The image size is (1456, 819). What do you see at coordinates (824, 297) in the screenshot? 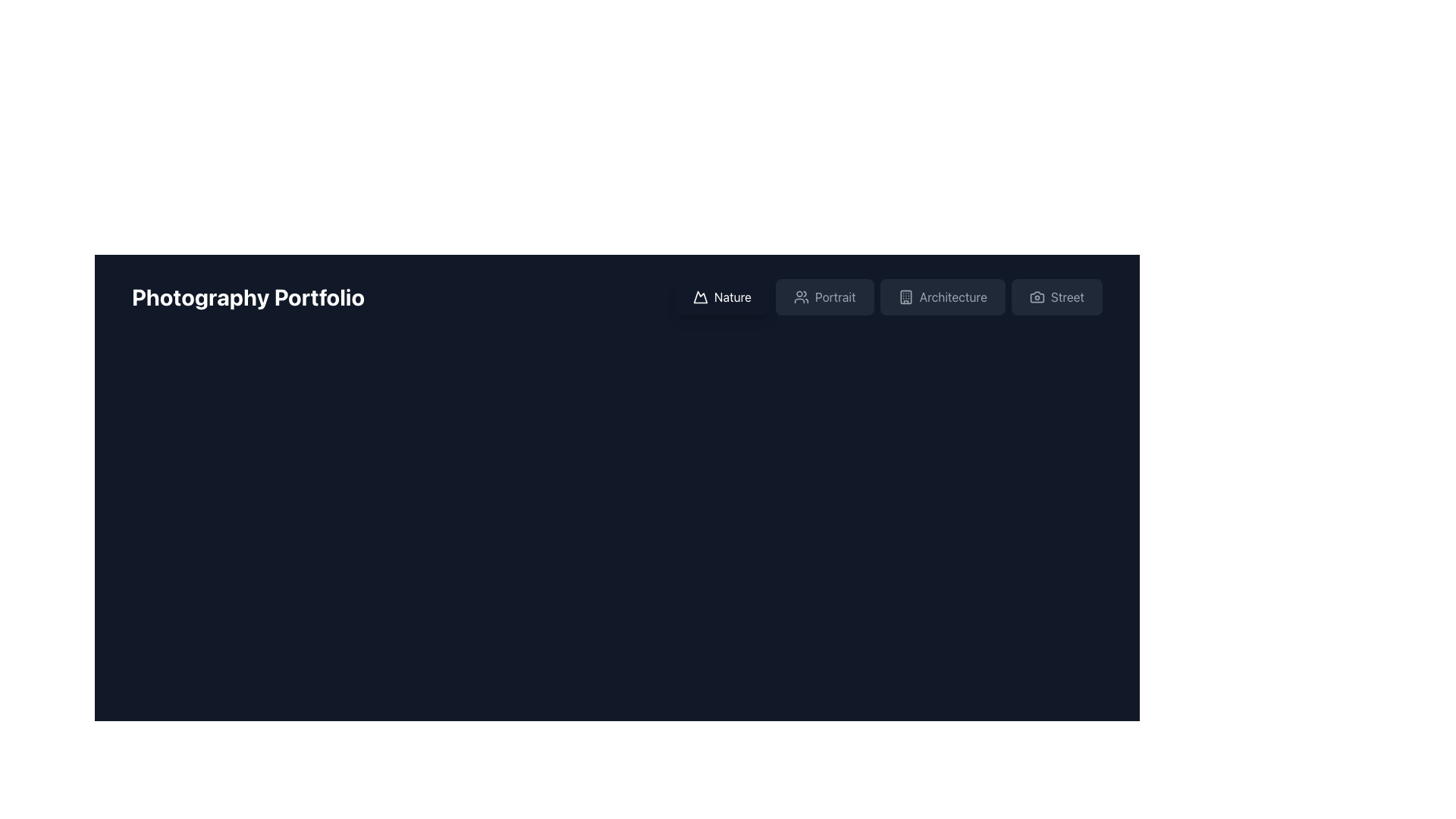
I see `the button` at bounding box center [824, 297].